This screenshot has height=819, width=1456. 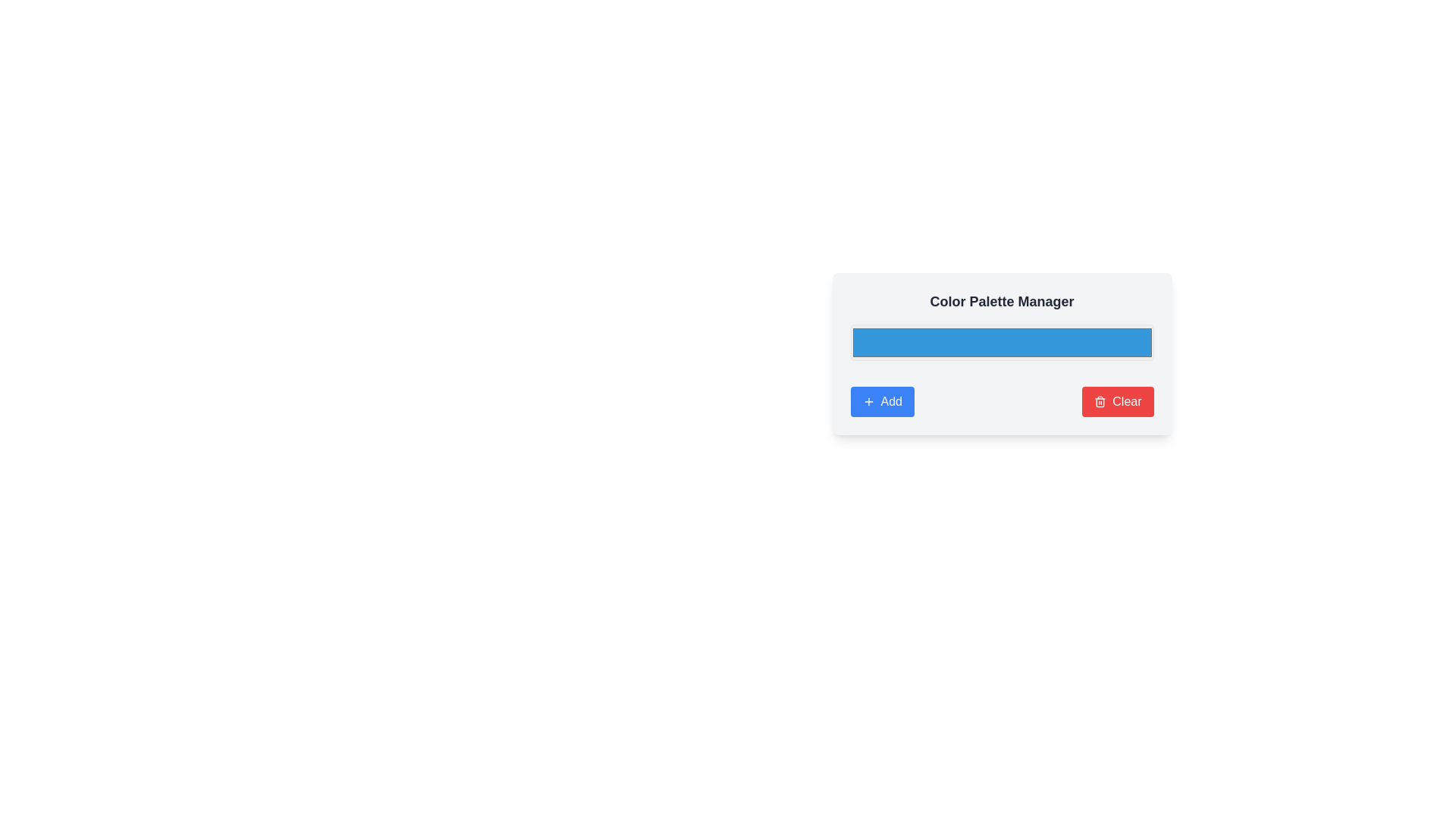 What do you see at coordinates (1002, 353) in the screenshot?
I see `the color input field` at bounding box center [1002, 353].